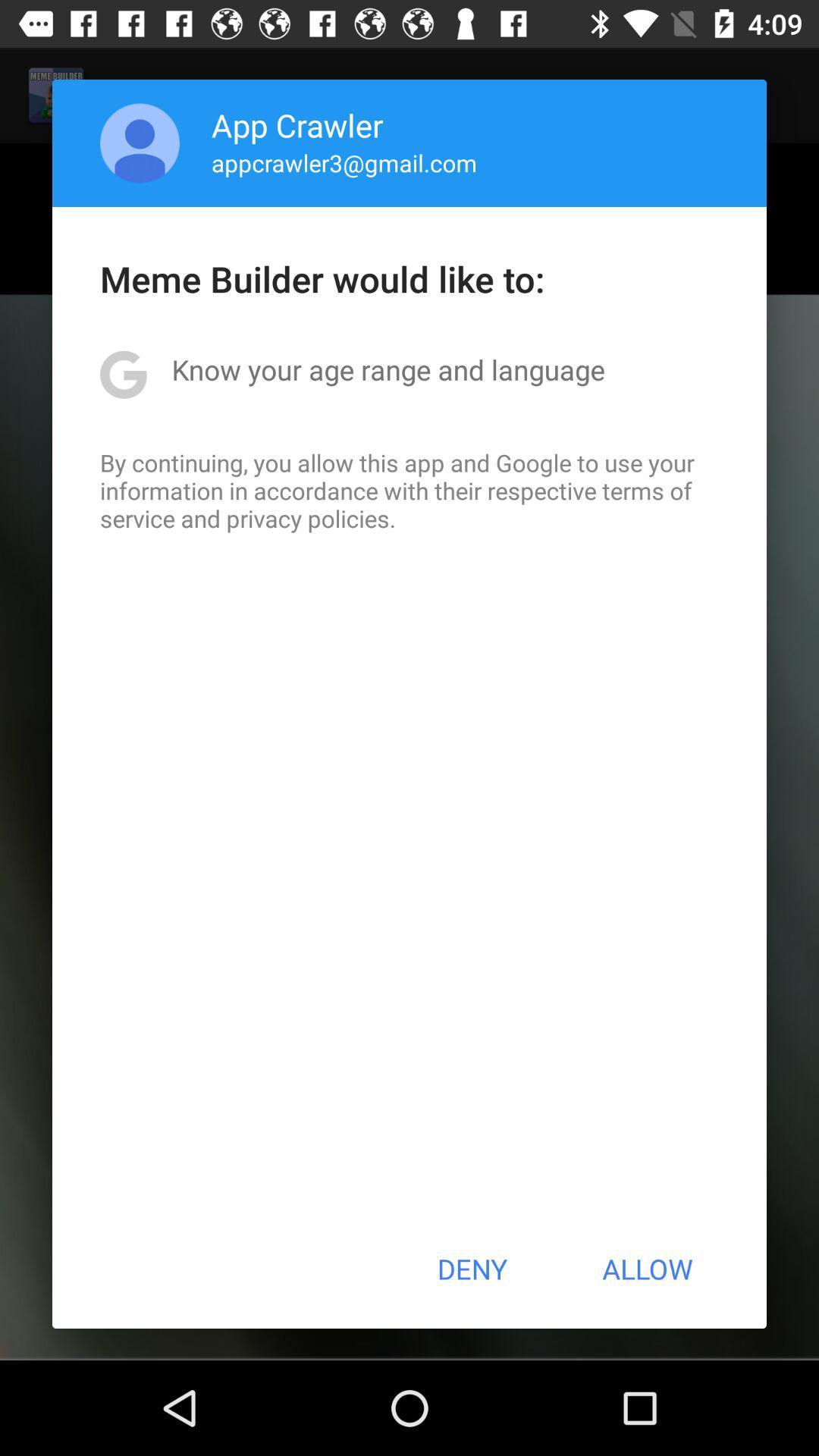 This screenshot has width=819, height=1456. What do you see at coordinates (140, 143) in the screenshot?
I see `item next to the app crawler` at bounding box center [140, 143].